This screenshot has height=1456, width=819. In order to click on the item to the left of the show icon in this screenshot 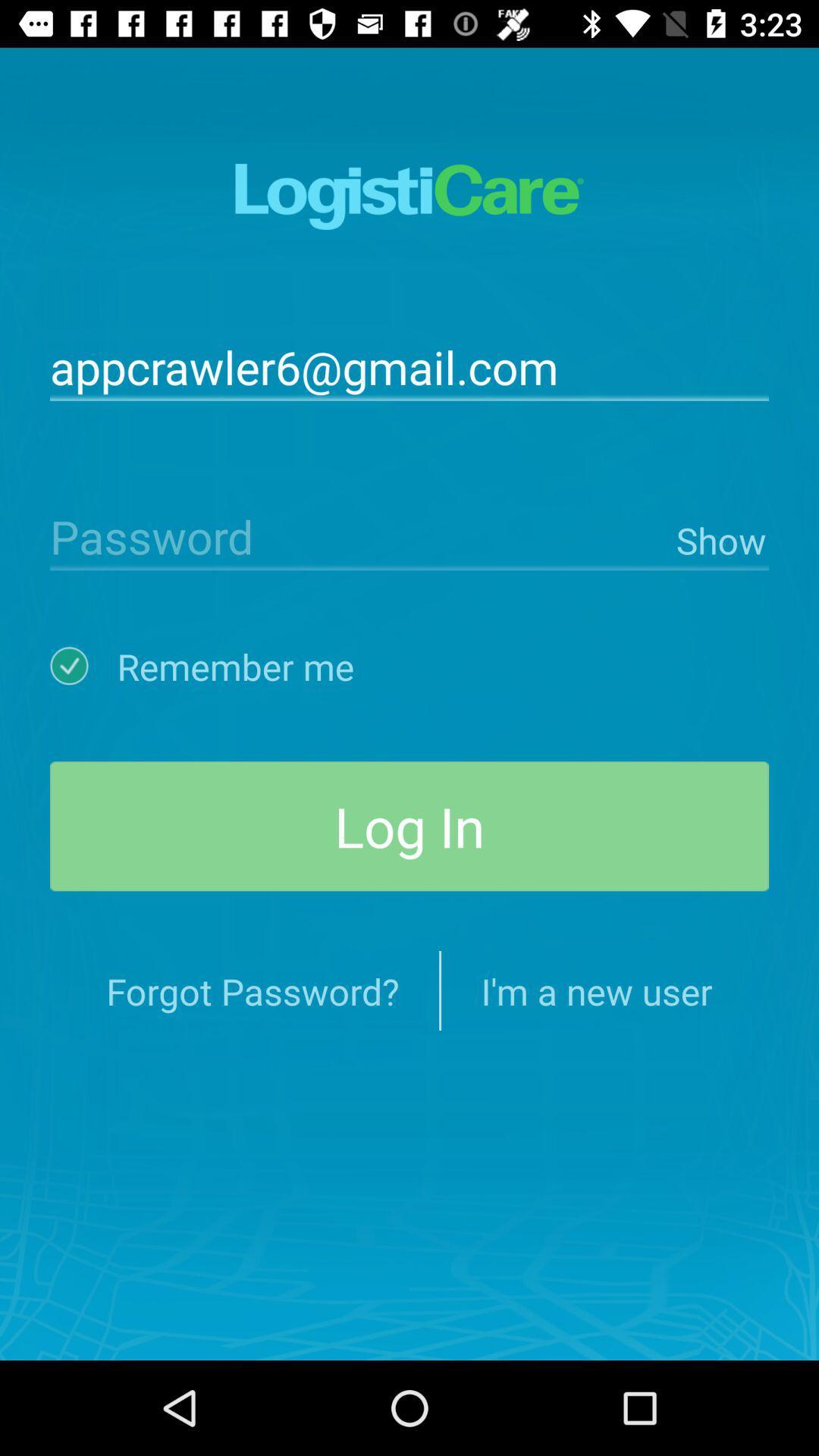, I will do `click(359, 535)`.